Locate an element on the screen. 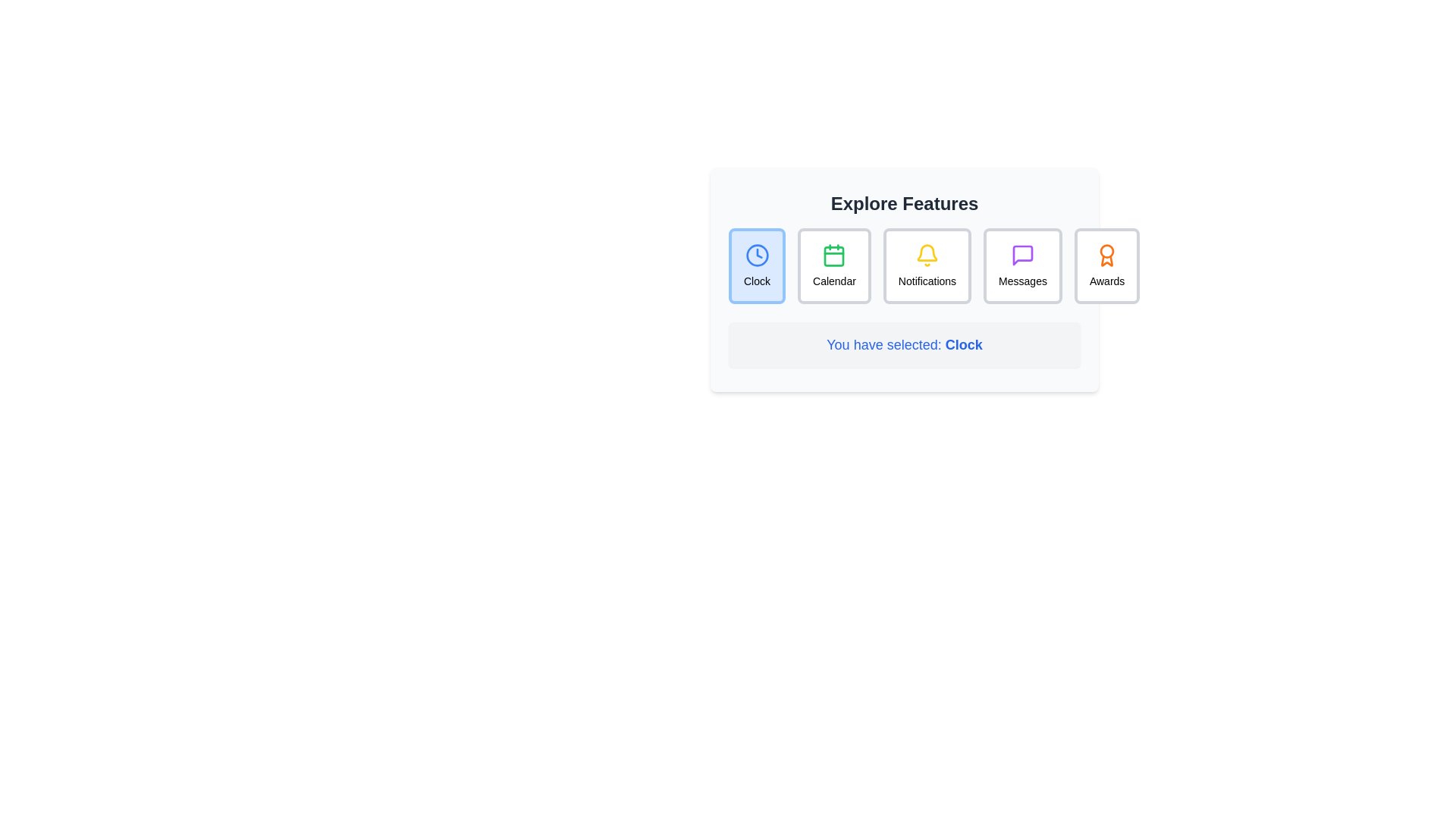 The height and width of the screenshot is (819, 1456). the green outlined calendar icon, which is the second item in the row of selectable feature options is located at coordinates (833, 254).